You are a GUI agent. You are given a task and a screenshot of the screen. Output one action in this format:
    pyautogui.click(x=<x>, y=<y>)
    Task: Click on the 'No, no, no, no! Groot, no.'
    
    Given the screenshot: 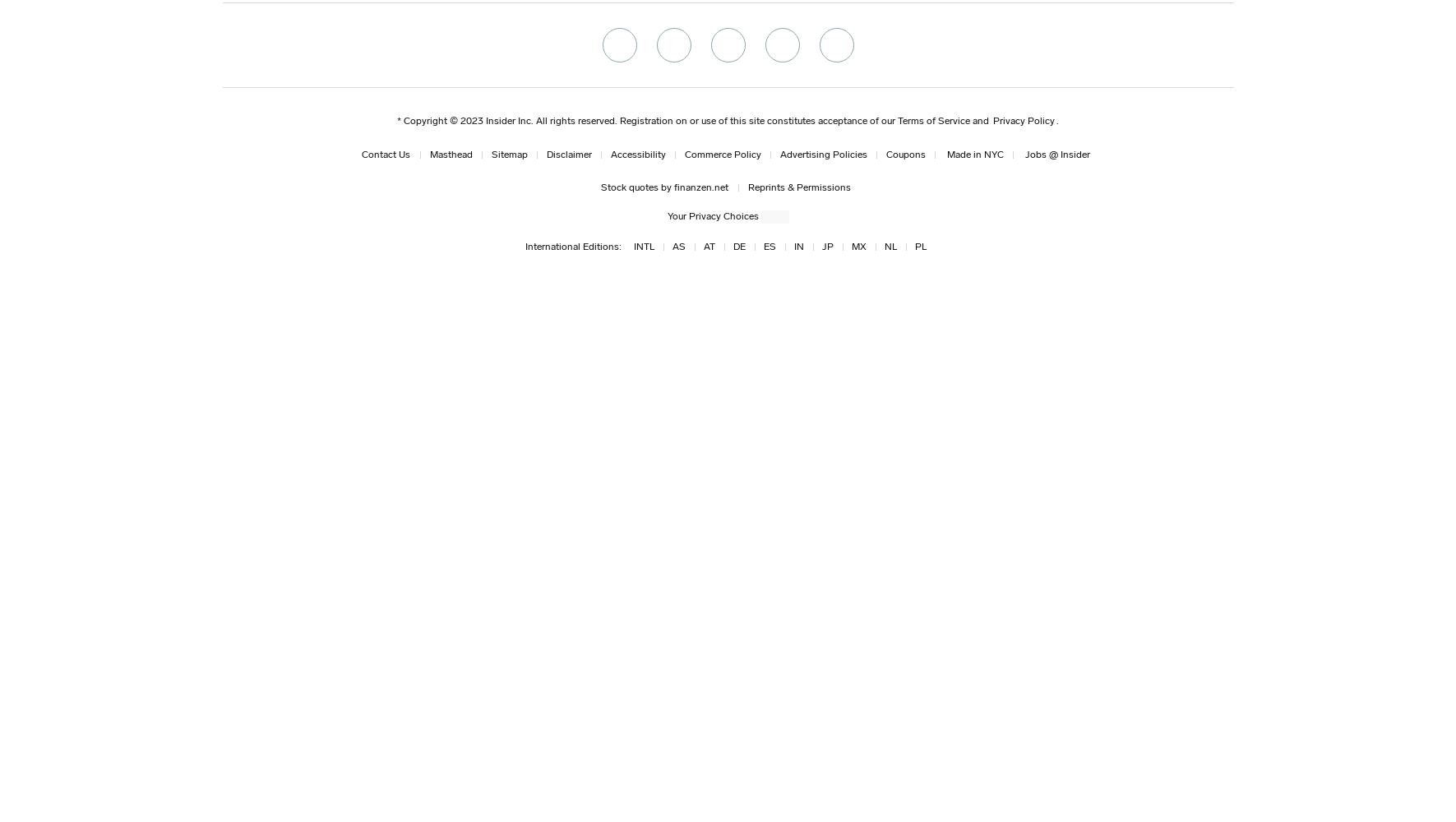 What is the action you would take?
    pyautogui.click(x=386, y=127)
    